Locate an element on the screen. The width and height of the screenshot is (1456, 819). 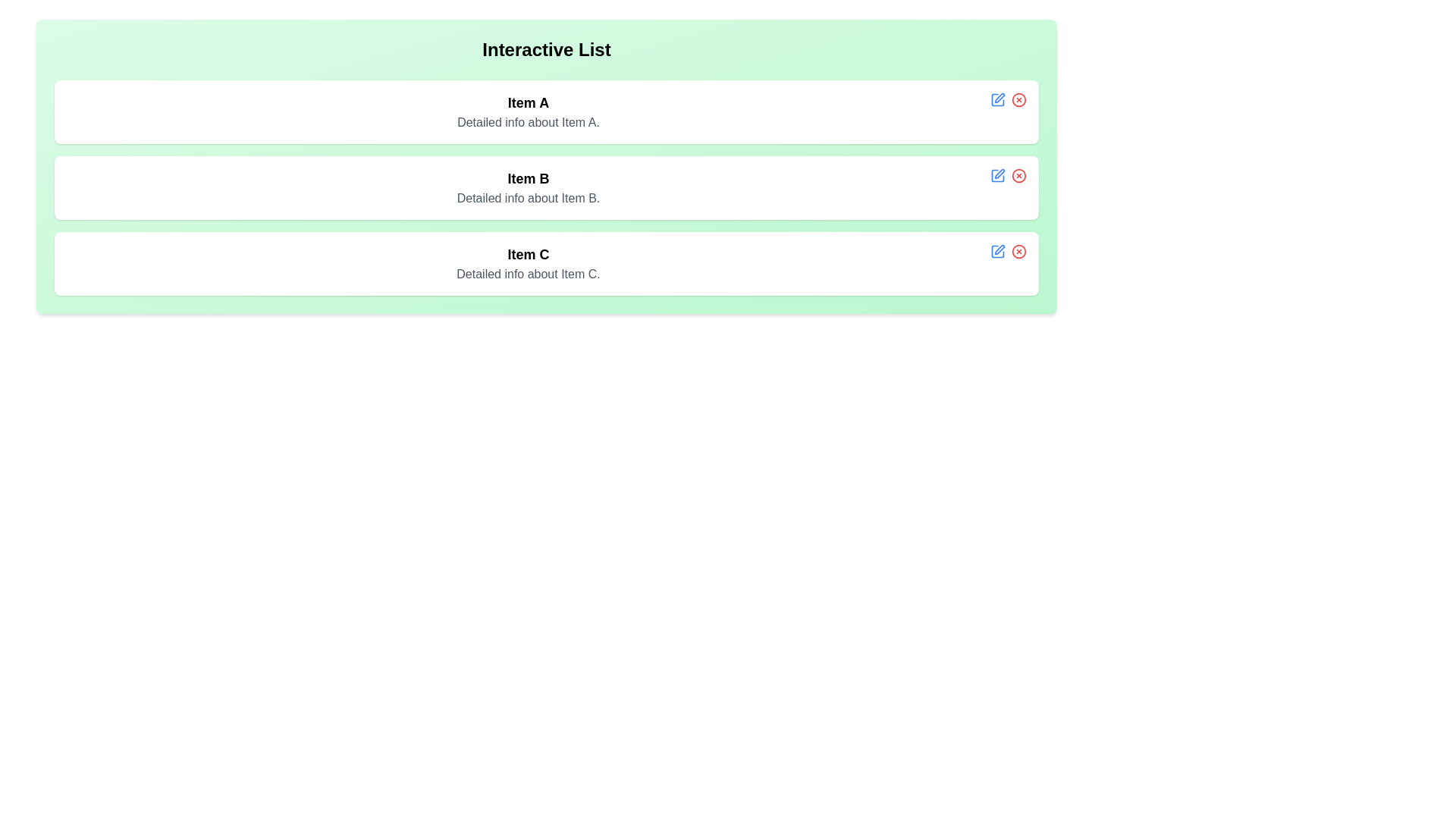
the edit button located at the bottom-right corner of the last entry in the vertical list is located at coordinates (997, 250).